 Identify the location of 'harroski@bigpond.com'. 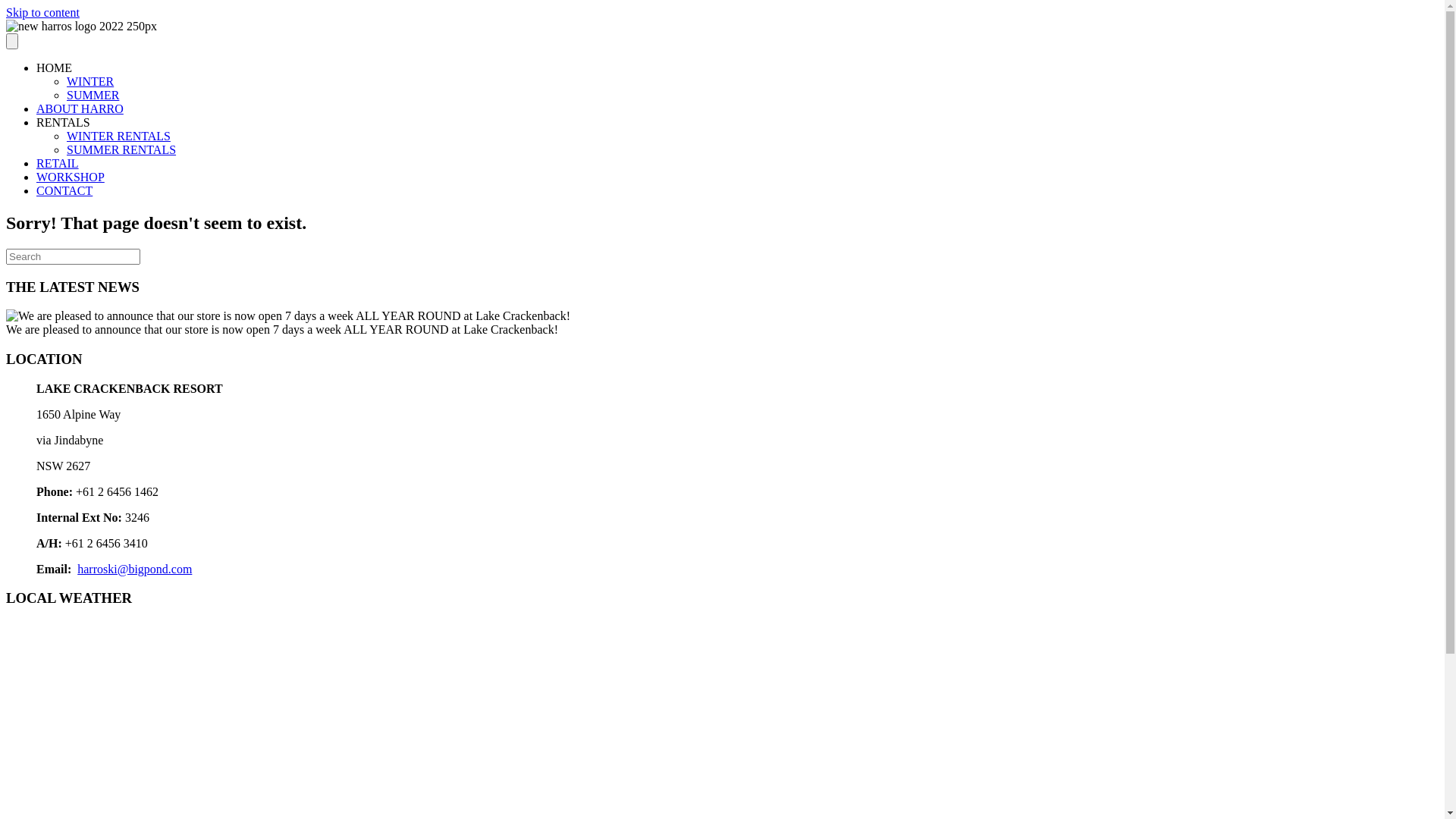
(134, 569).